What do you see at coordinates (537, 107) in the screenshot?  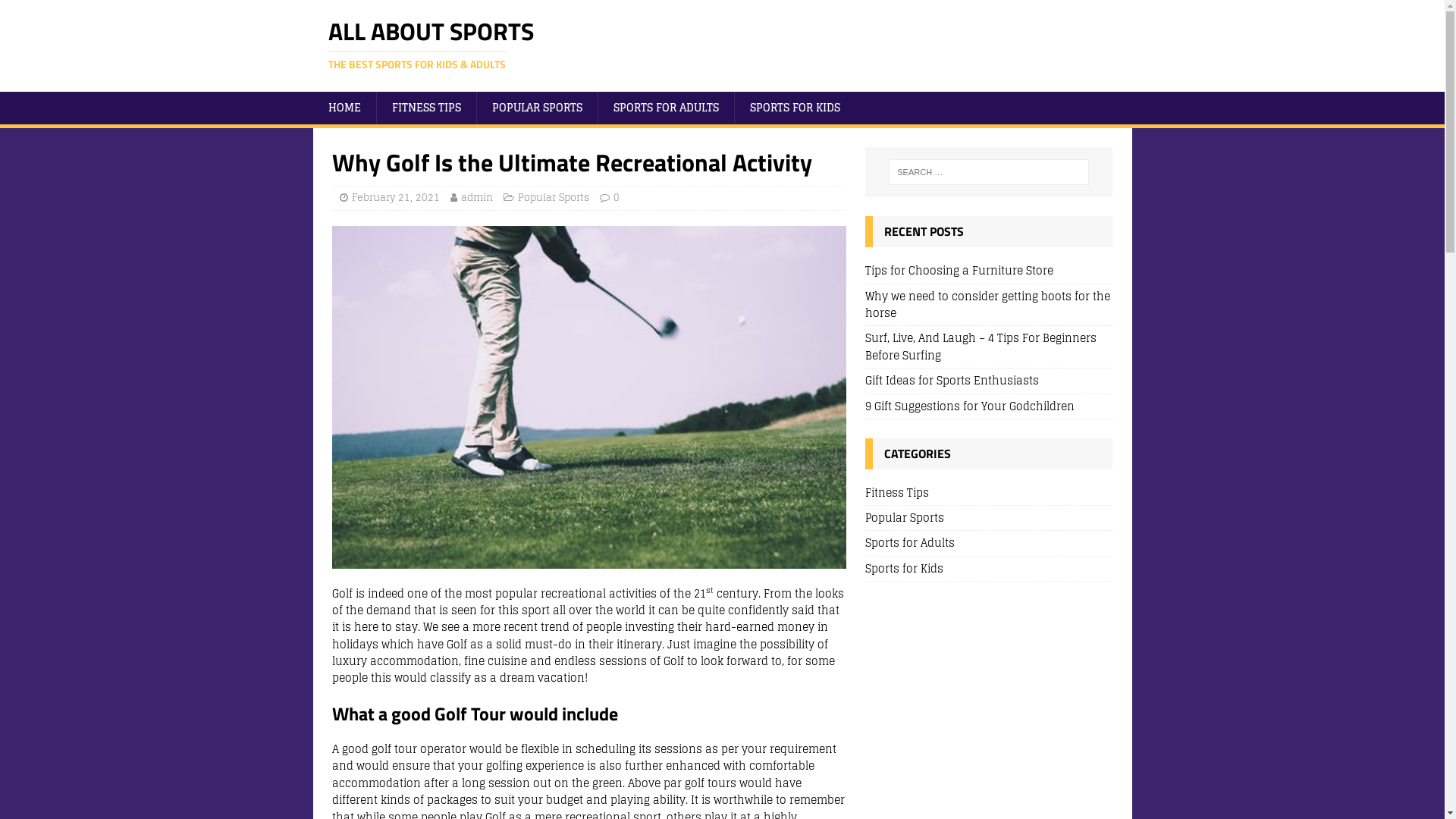 I see `'POPULAR SPORTS'` at bounding box center [537, 107].